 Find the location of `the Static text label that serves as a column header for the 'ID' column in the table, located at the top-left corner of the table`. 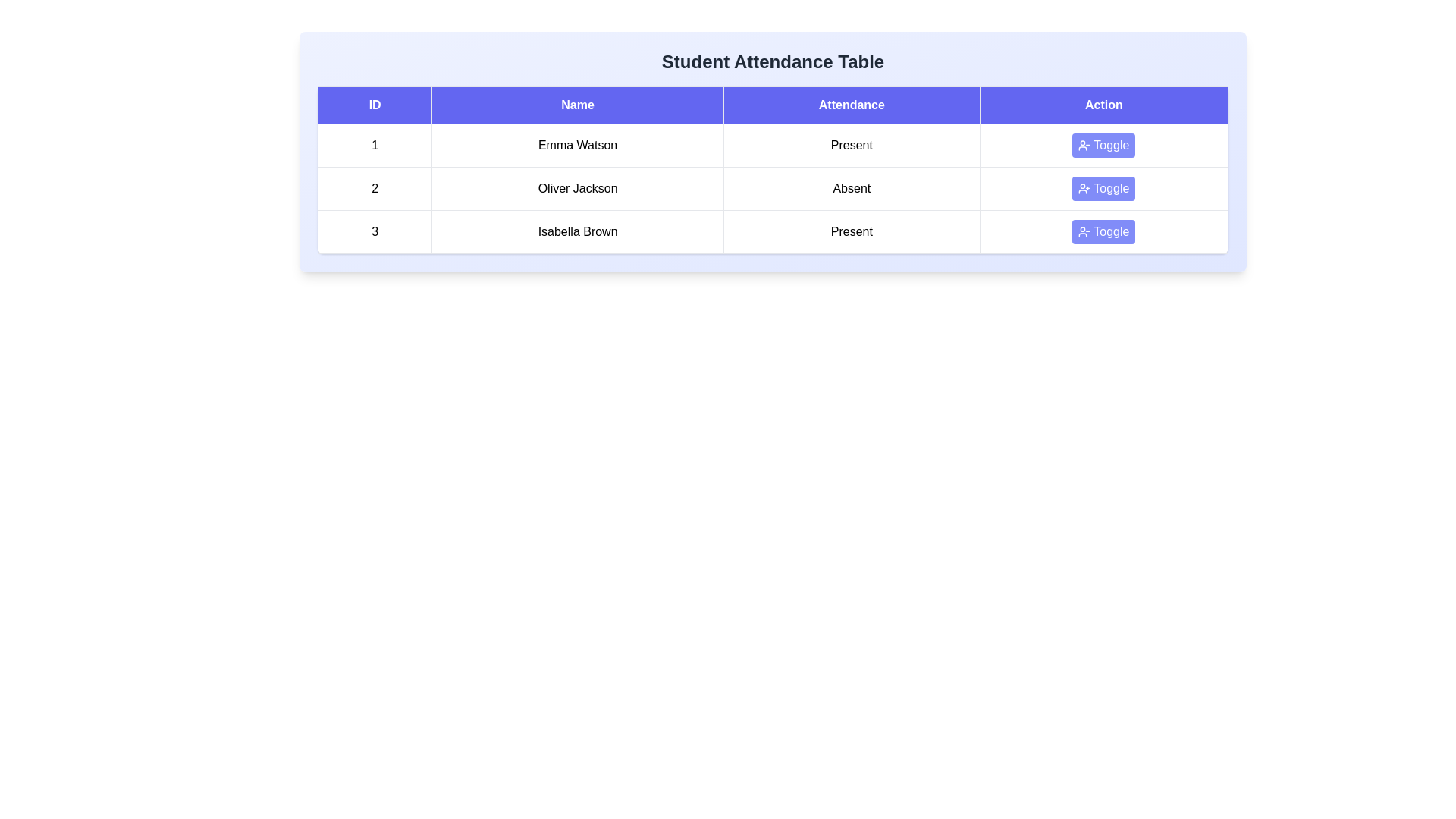

the Static text label that serves as a column header for the 'ID' column in the table, located at the top-left corner of the table is located at coordinates (375, 104).